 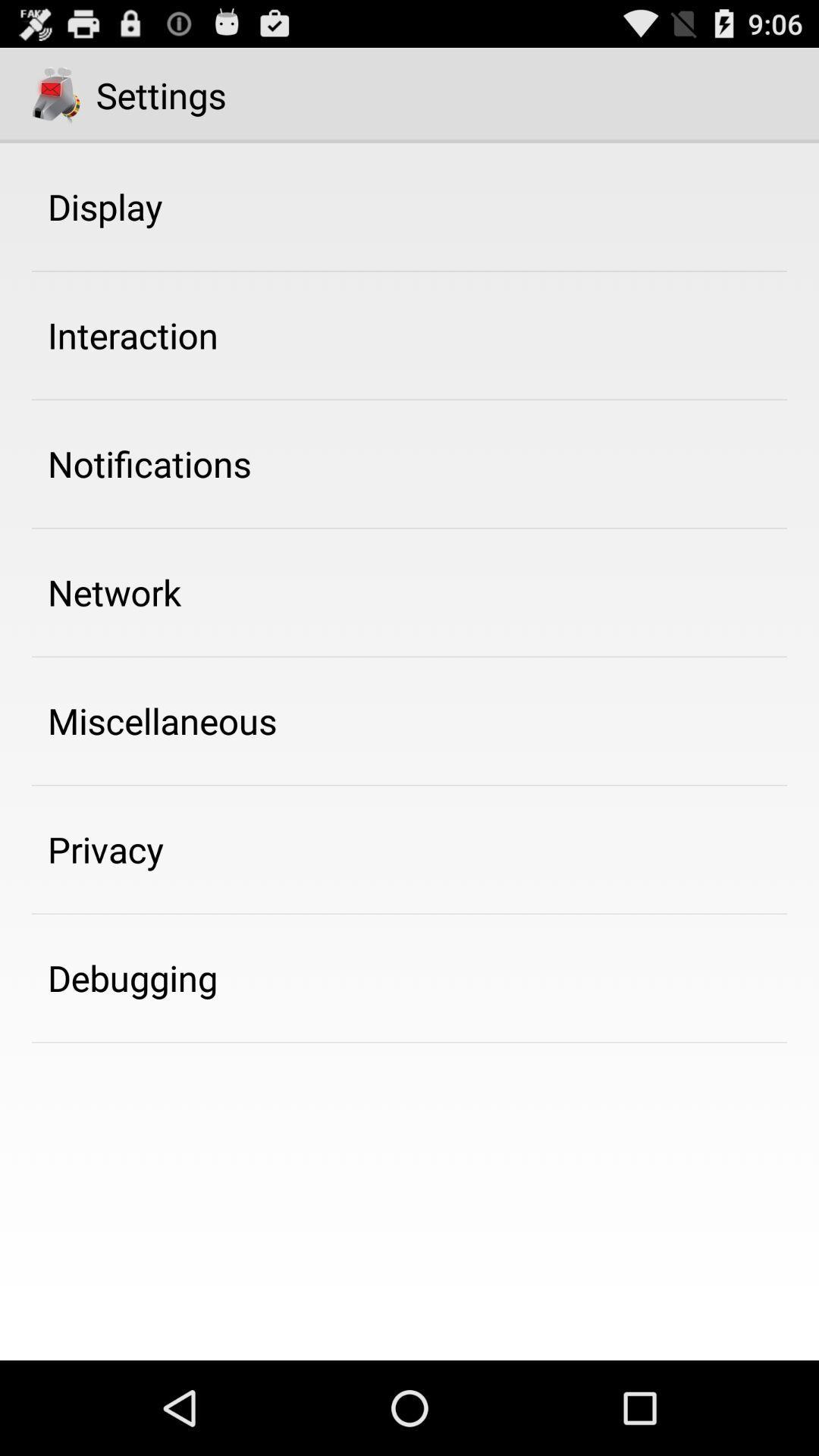 I want to click on item above privacy, so click(x=162, y=720).